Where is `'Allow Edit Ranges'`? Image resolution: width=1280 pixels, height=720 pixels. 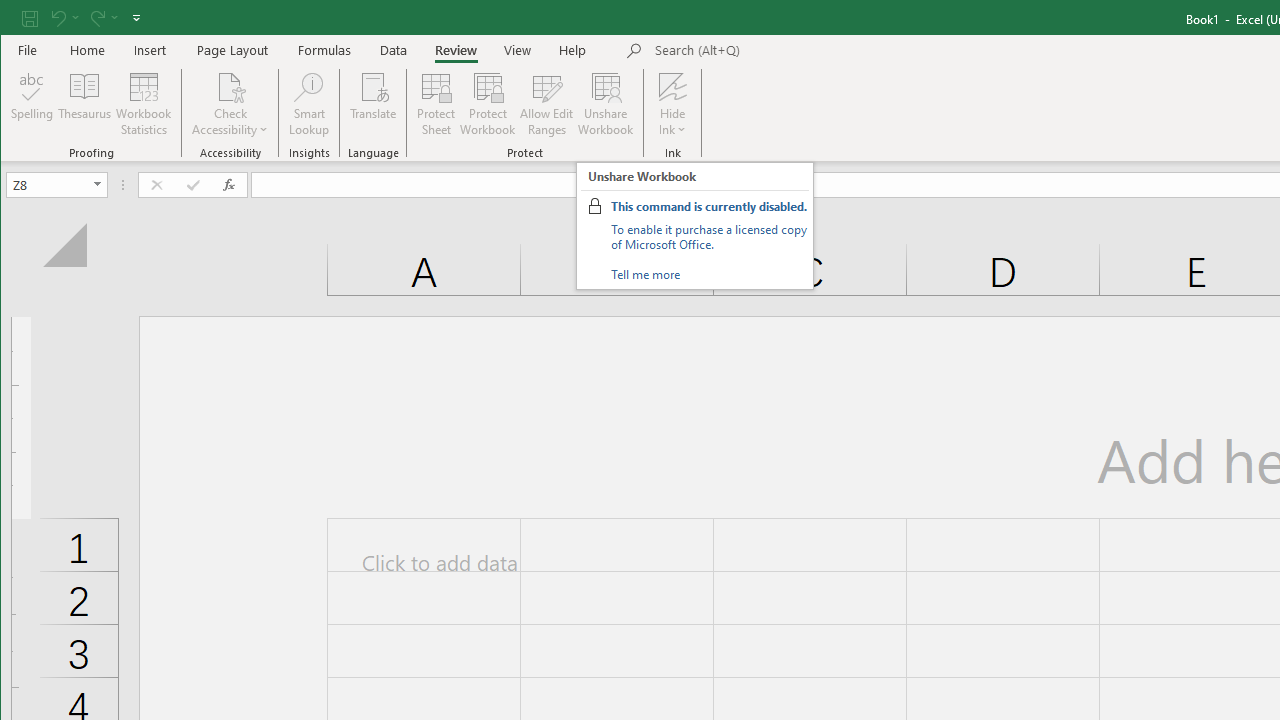 'Allow Edit Ranges' is located at coordinates (547, 104).